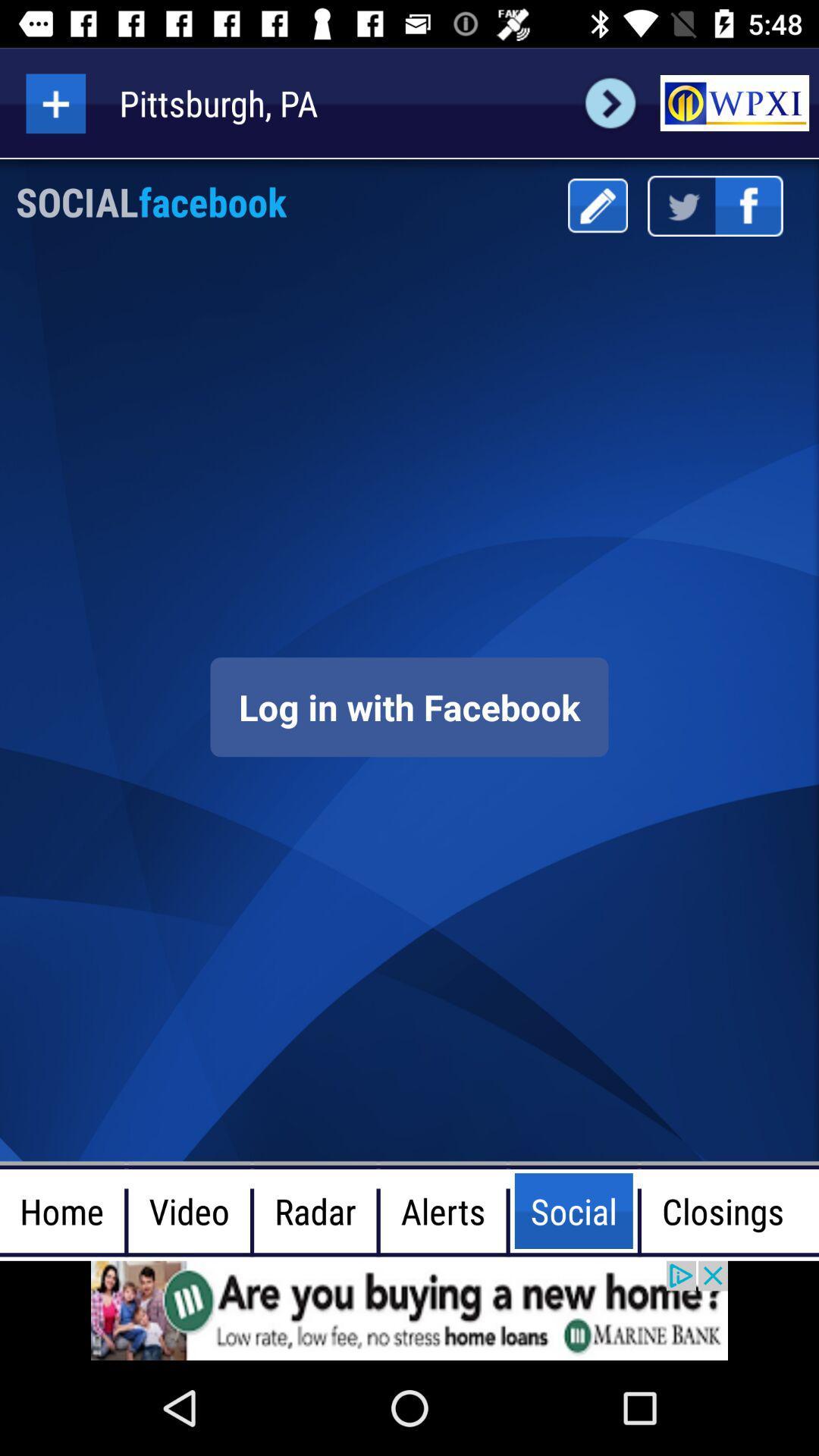 This screenshot has width=819, height=1456. What do you see at coordinates (597, 205) in the screenshot?
I see `edit` at bounding box center [597, 205].